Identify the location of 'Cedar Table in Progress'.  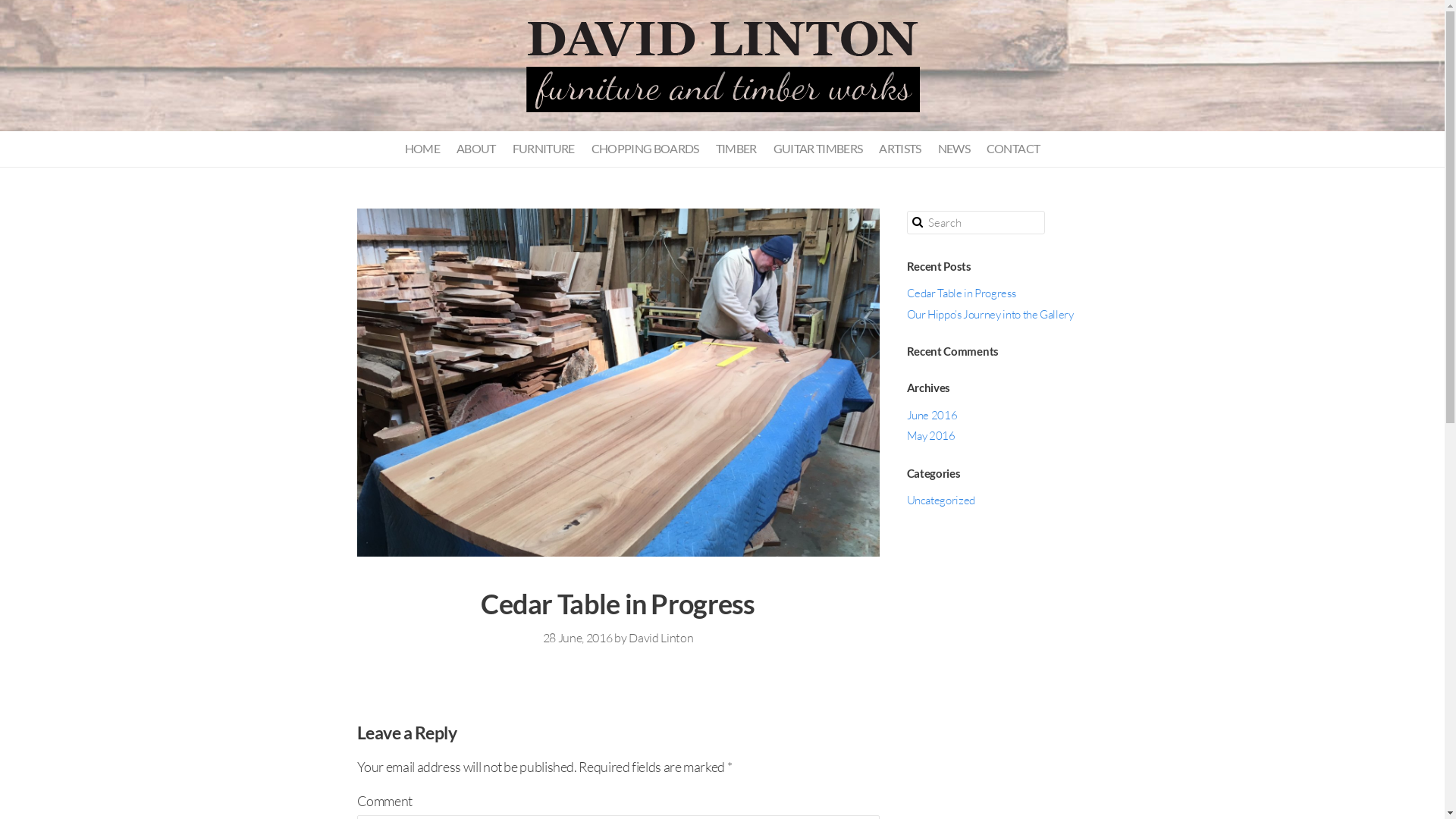
(960, 293).